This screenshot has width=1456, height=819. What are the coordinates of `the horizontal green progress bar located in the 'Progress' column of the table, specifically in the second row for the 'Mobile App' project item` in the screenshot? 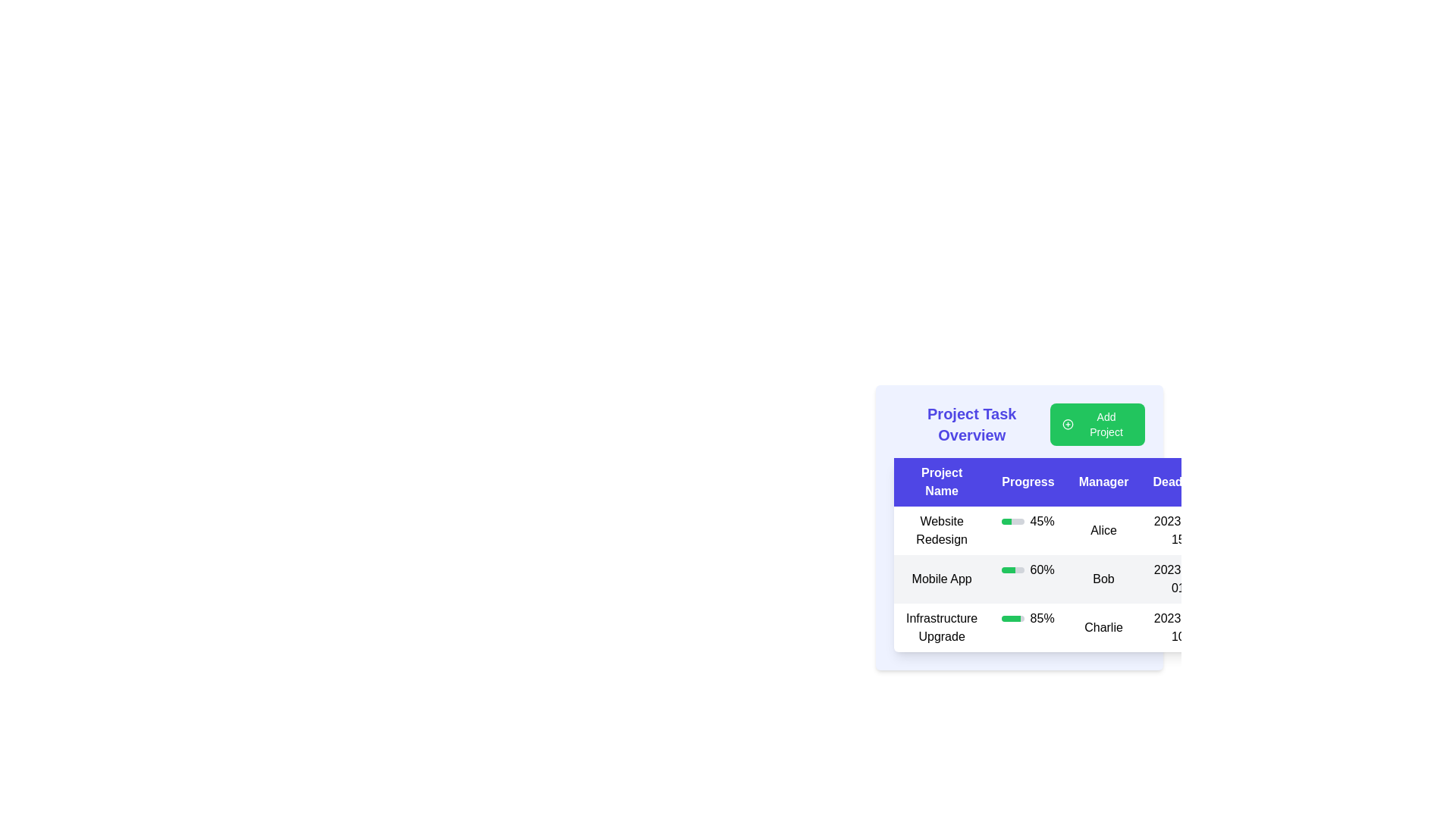 It's located at (1008, 570).